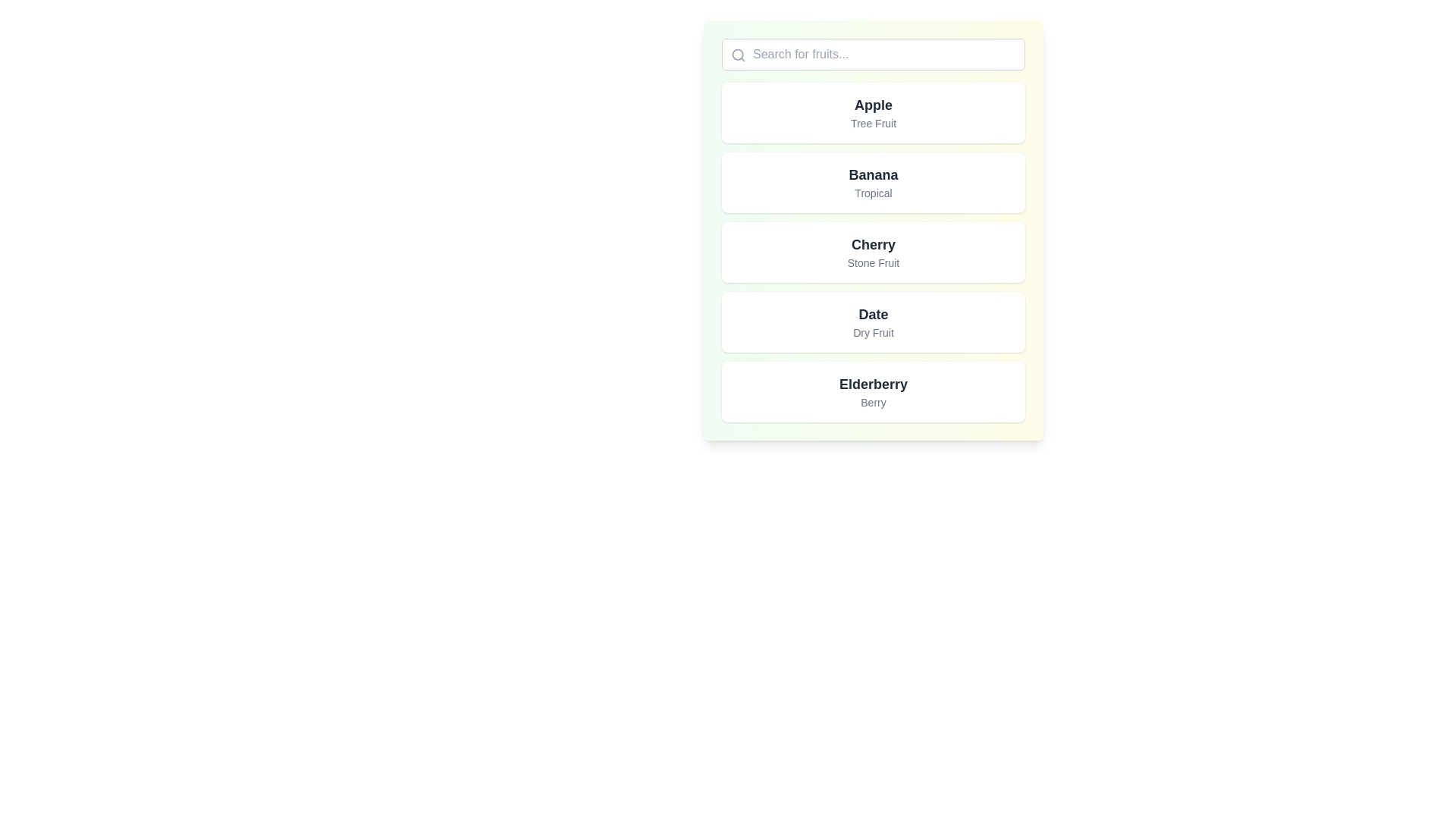  Describe the element at coordinates (874, 262) in the screenshot. I see `text label displaying 'Stone Fruit' which is styled in gray and located below 'Cherry' in the third card of a vertical list of options` at that location.